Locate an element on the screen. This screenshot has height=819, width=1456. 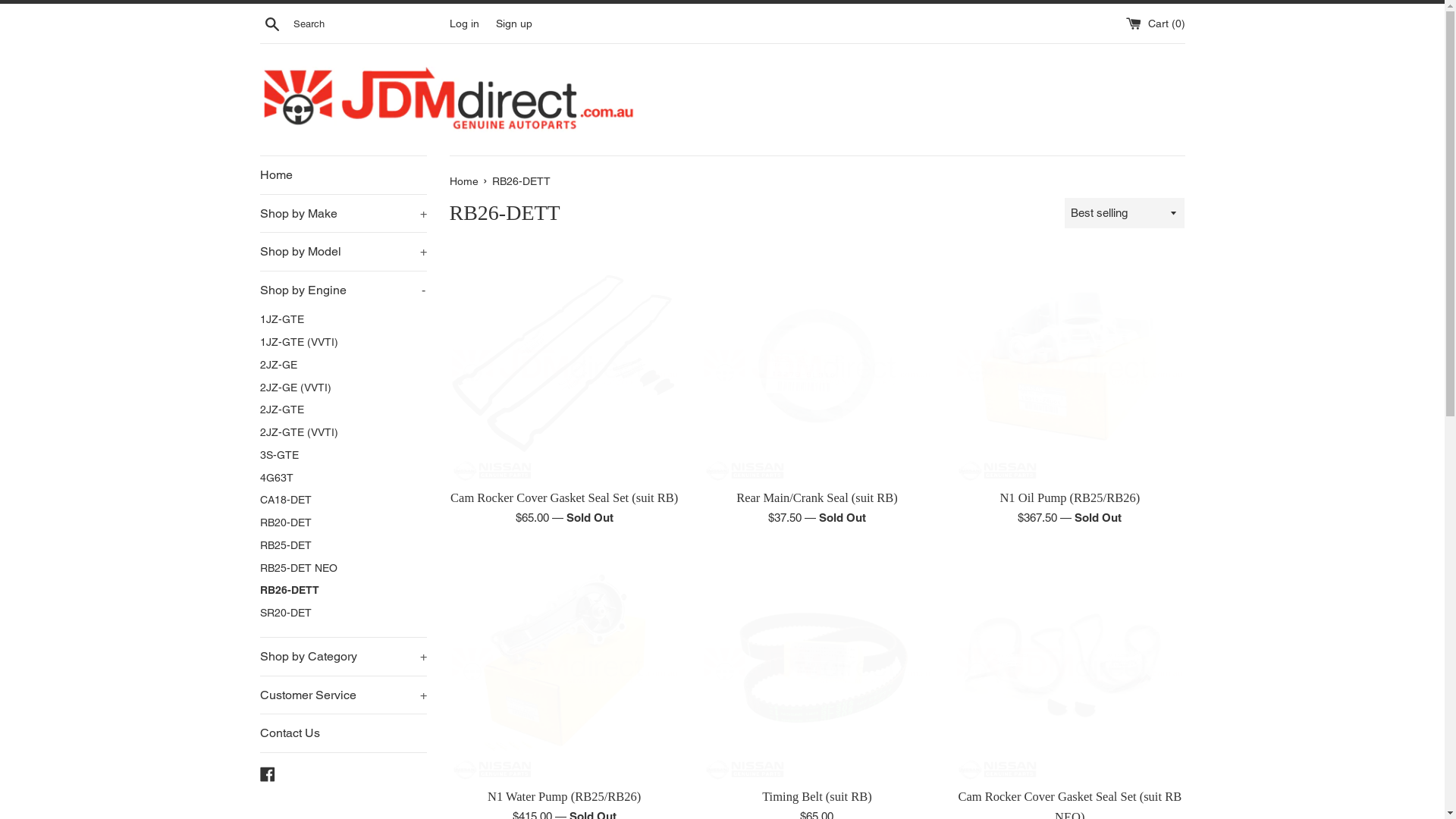
'Shop by Engine is located at coordinates (259, 290).